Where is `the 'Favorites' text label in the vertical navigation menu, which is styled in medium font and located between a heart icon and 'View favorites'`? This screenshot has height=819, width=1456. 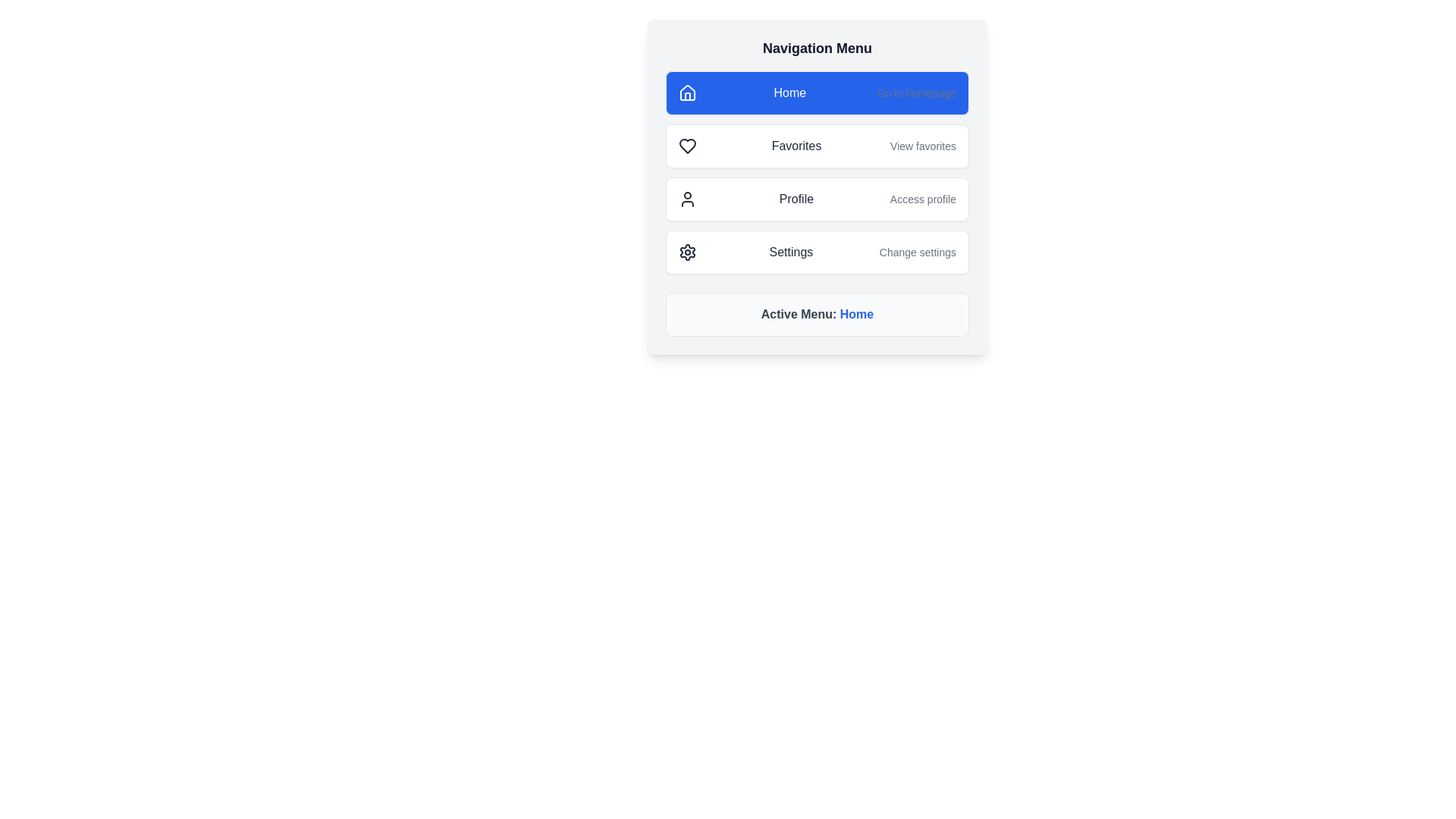 the 'Favorites' text label in the vertical navigation menu, which is styled in medium font and located between a heart icon and 'View favorites' is located at coordinates (795, 146).